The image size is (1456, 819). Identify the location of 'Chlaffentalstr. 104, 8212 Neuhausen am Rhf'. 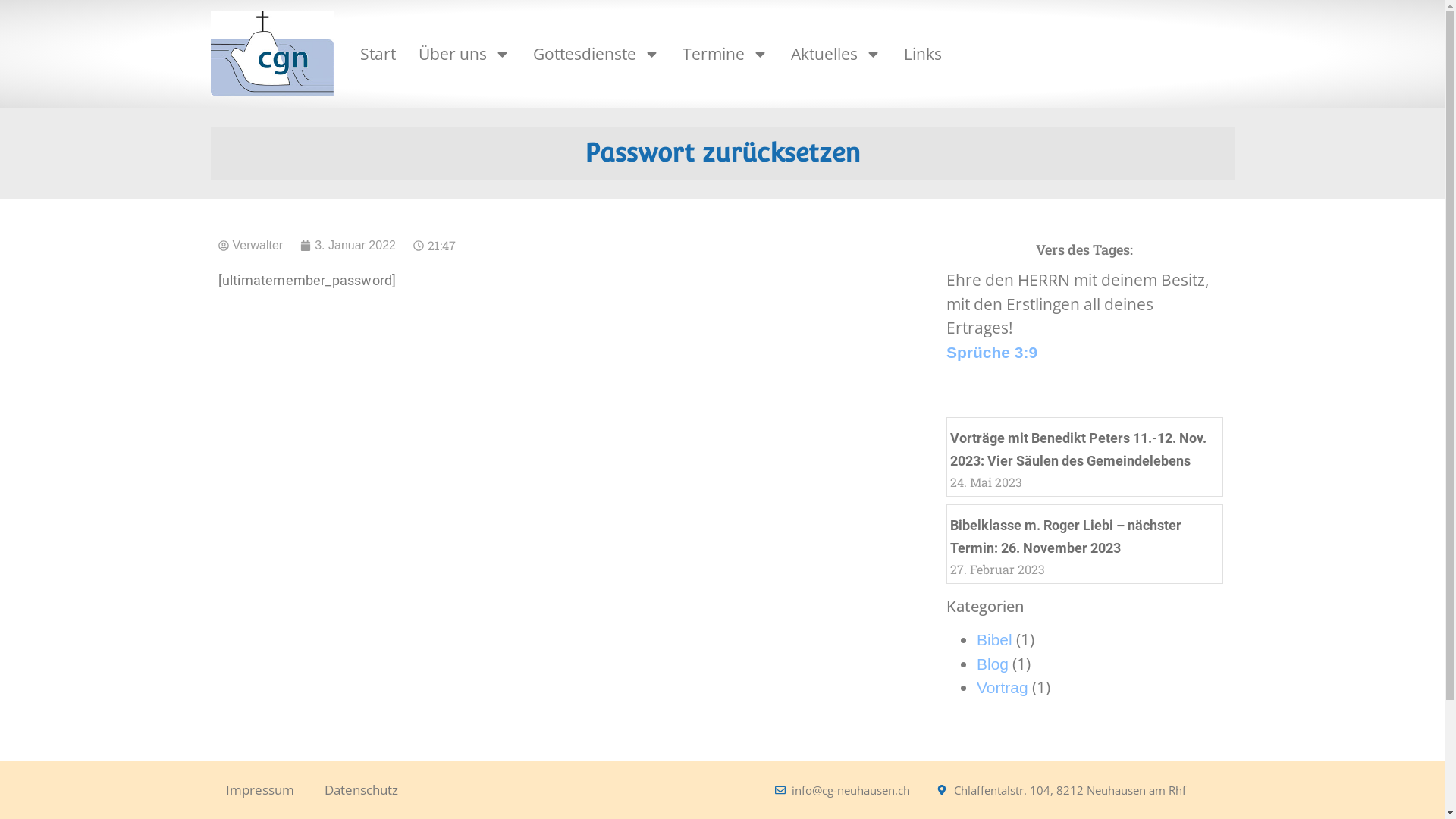
(935, 789).